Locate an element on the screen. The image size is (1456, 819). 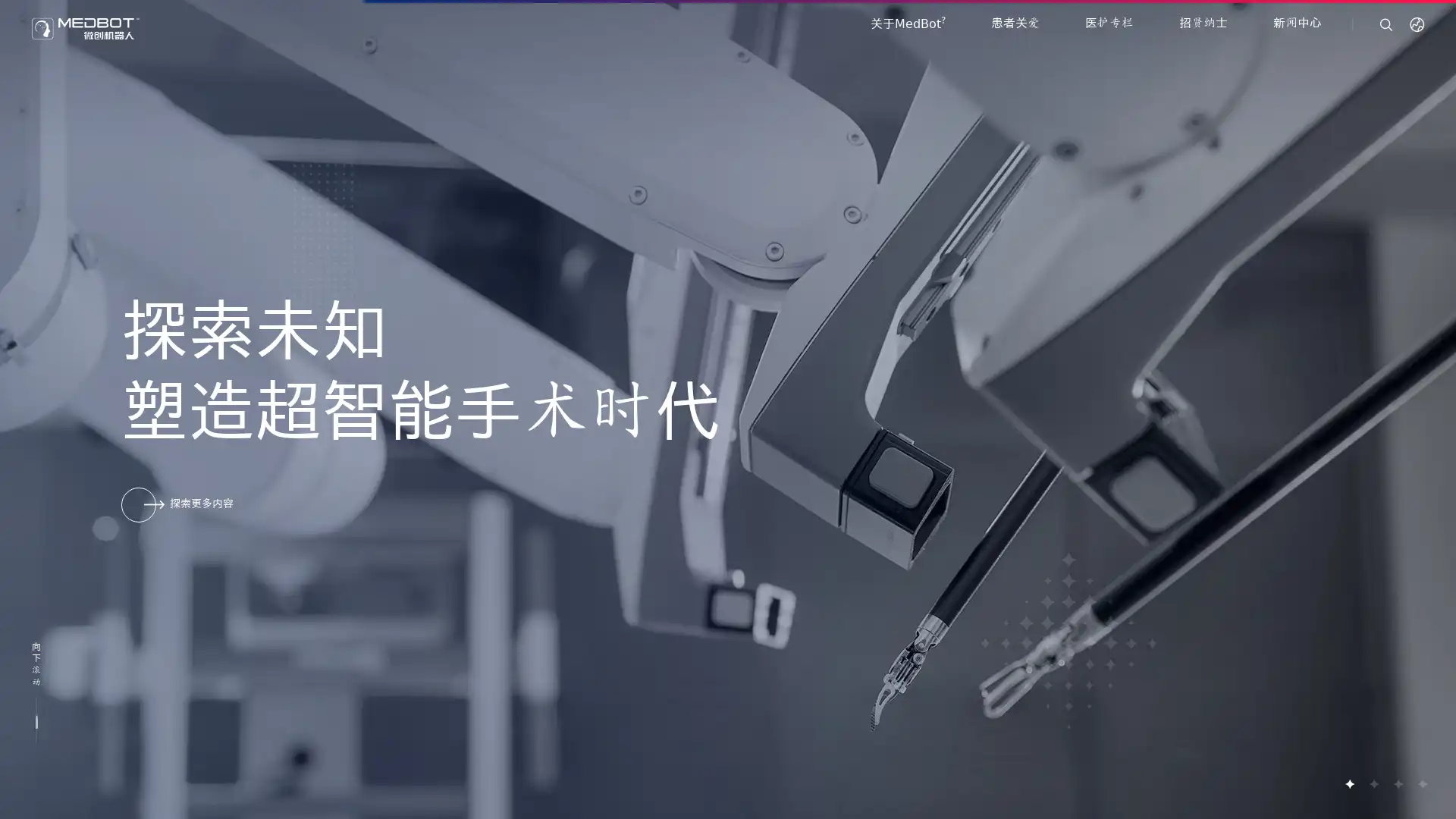
Go to slide 4 is located at coordinates (1421, 783).